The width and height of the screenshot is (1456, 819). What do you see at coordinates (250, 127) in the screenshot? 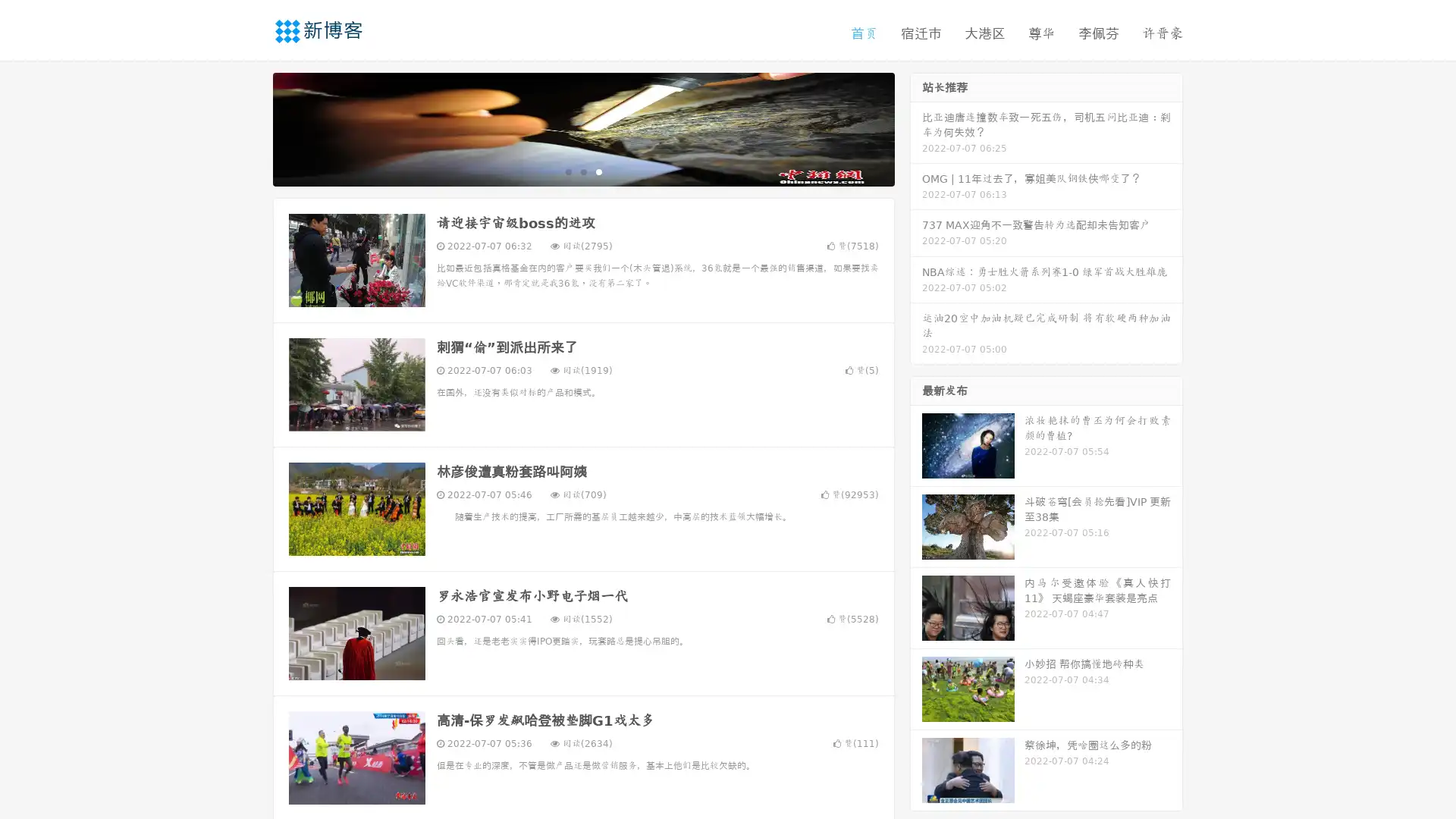
I see `Previous slide` at bounding box center [250, 127].